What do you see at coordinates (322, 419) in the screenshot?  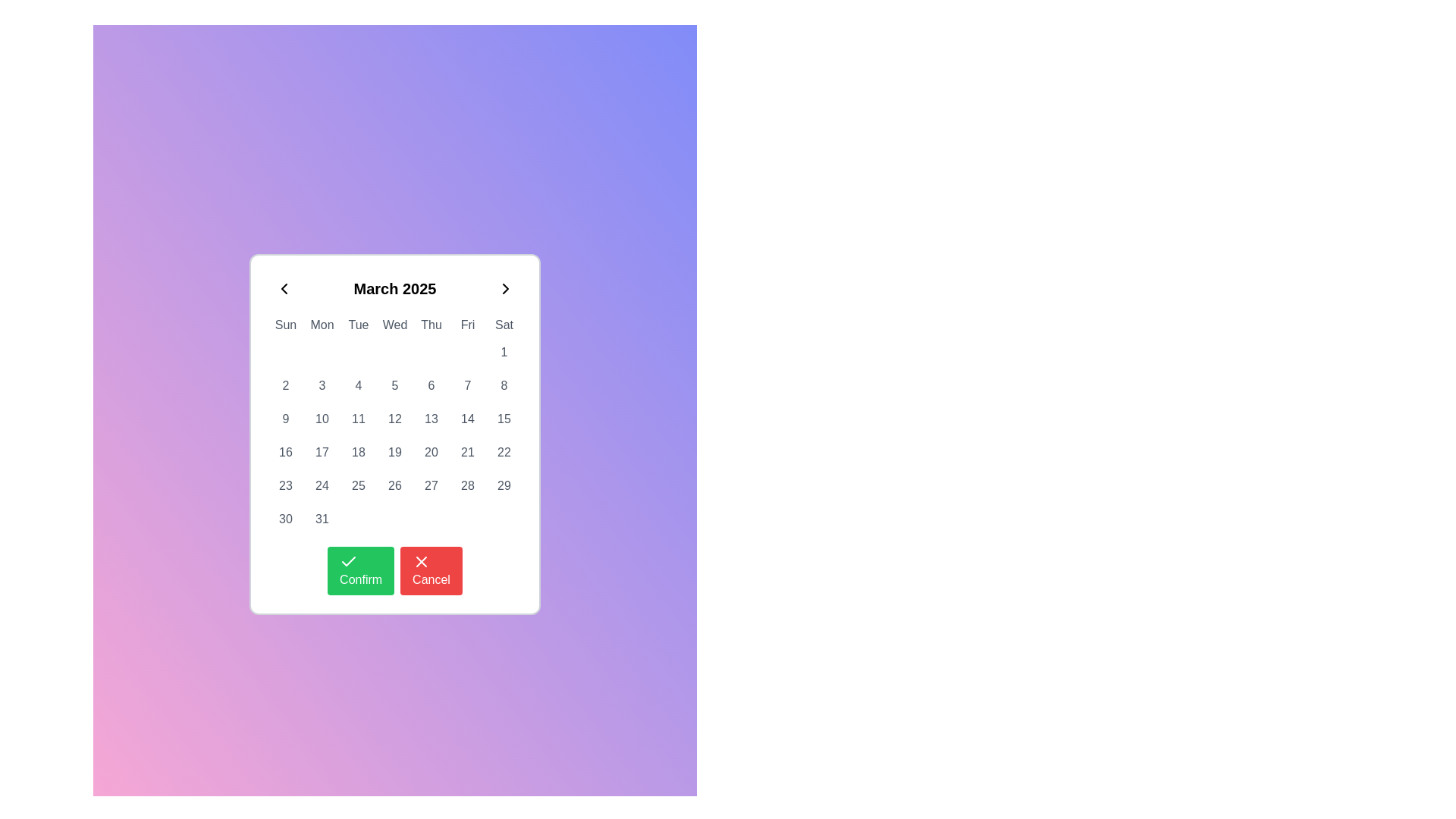 I see `the small rounded-corner rectangular button labeled '10' located in the second week row and the second column of the calendar grid, directly below the 'Mon' header for keyboard navigation` at bounding box center [322, 419].